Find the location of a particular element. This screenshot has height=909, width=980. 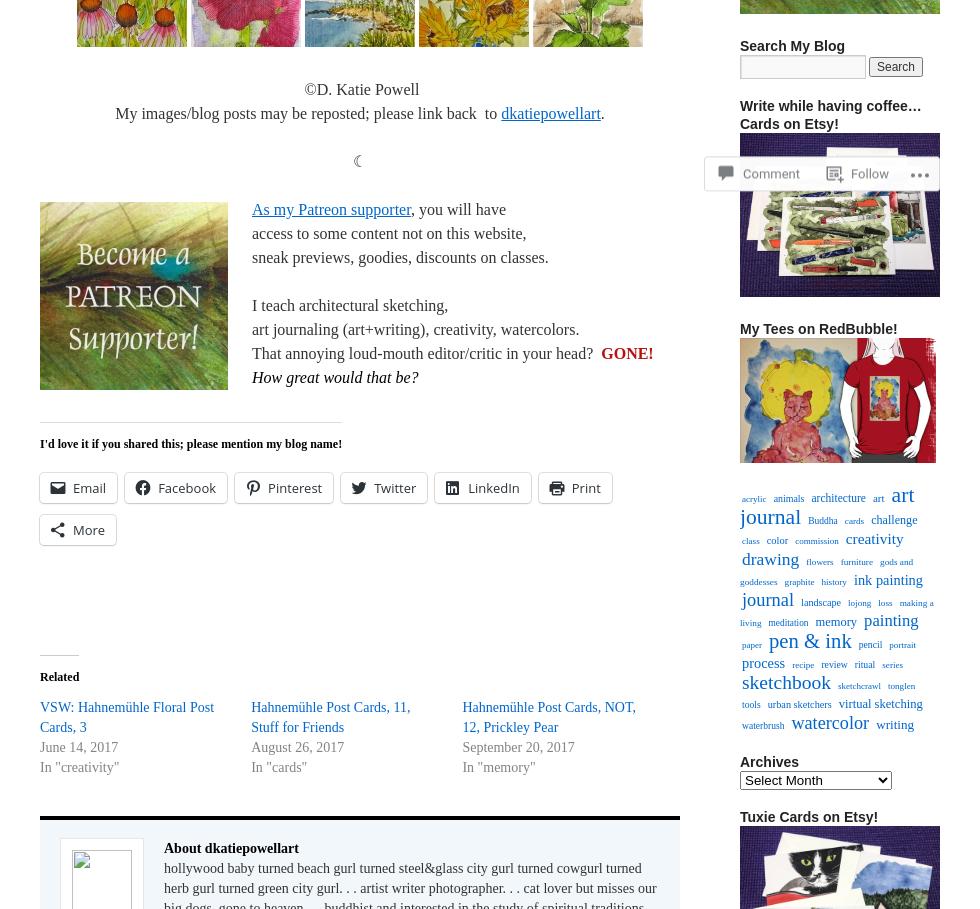

'challenge' is located at coordinates (893, 519).